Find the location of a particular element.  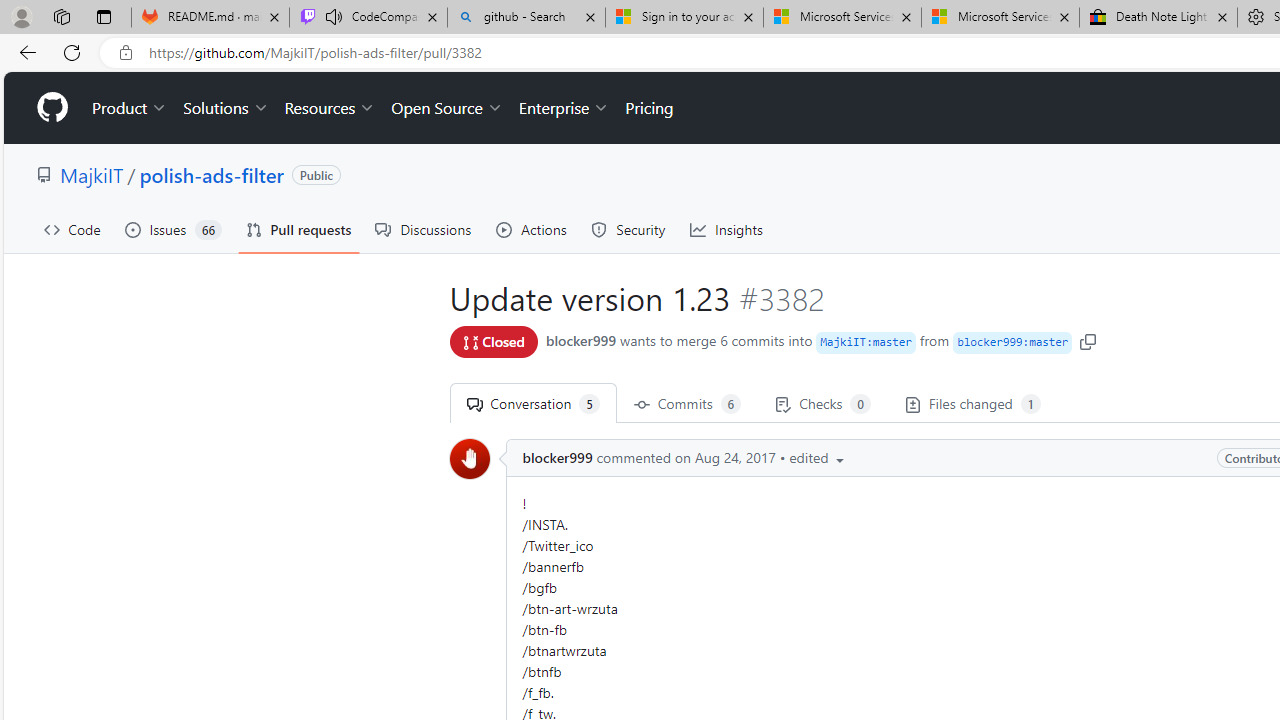

'github - Search' is located at coordinates (526, 17).